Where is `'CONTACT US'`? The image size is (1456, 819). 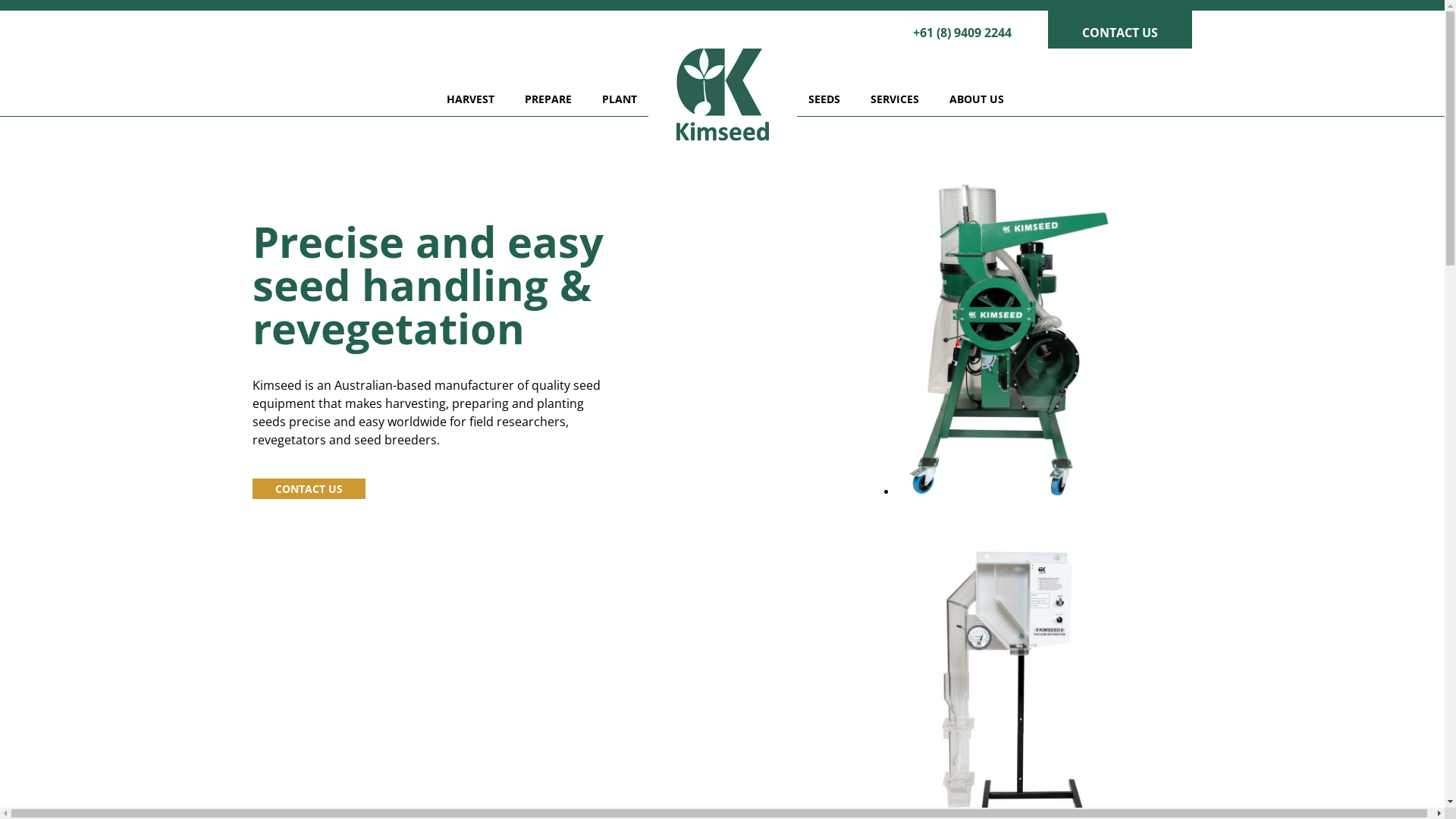
'CONTACT US' is located at coordinates (1120, 29).